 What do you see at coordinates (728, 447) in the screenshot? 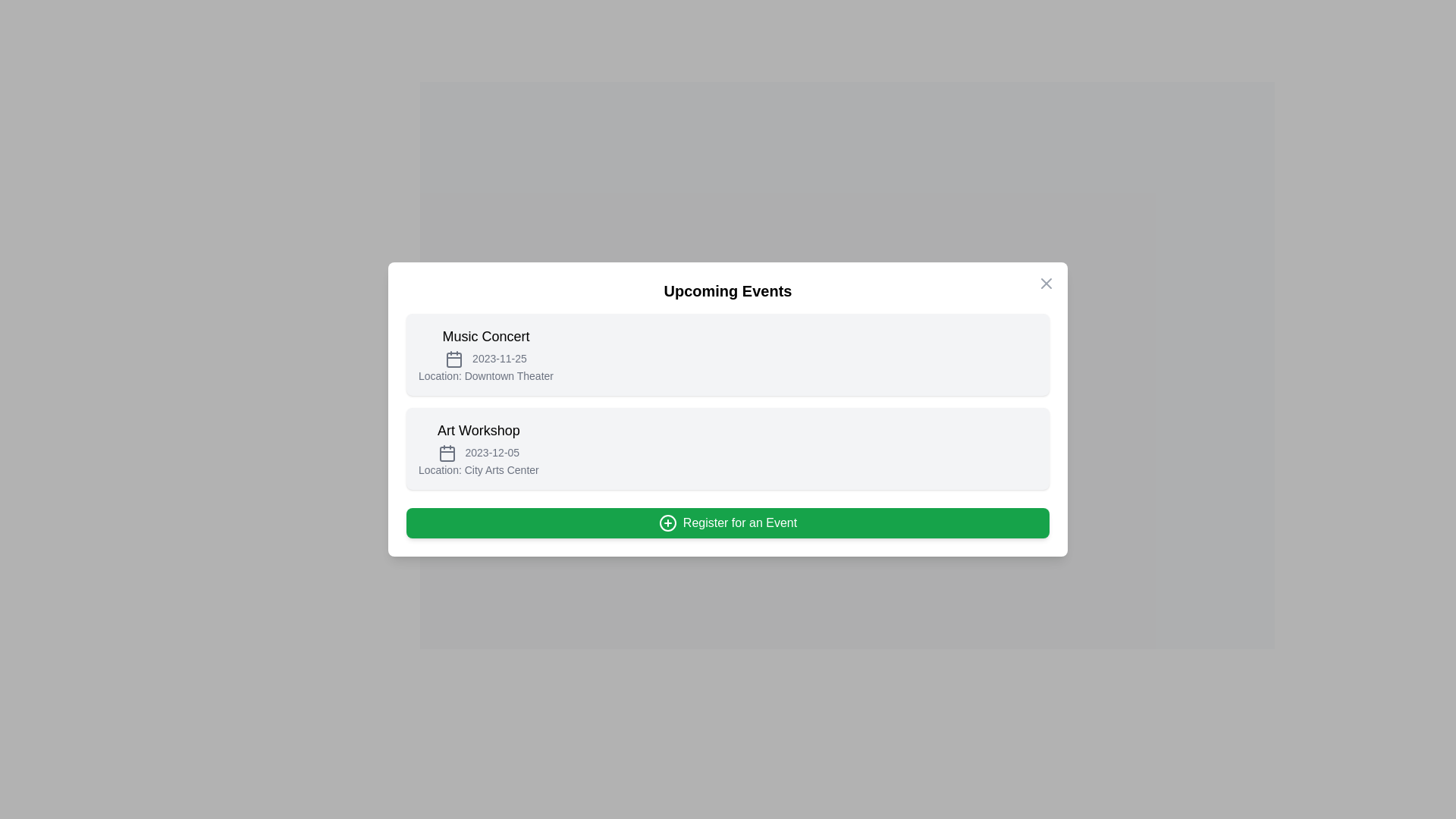
I see `the Event Card titled 'Art Workshop', which is the second item in the vertical list of events, located below the 'Music Concert' card` at bounding box center [728, 447].